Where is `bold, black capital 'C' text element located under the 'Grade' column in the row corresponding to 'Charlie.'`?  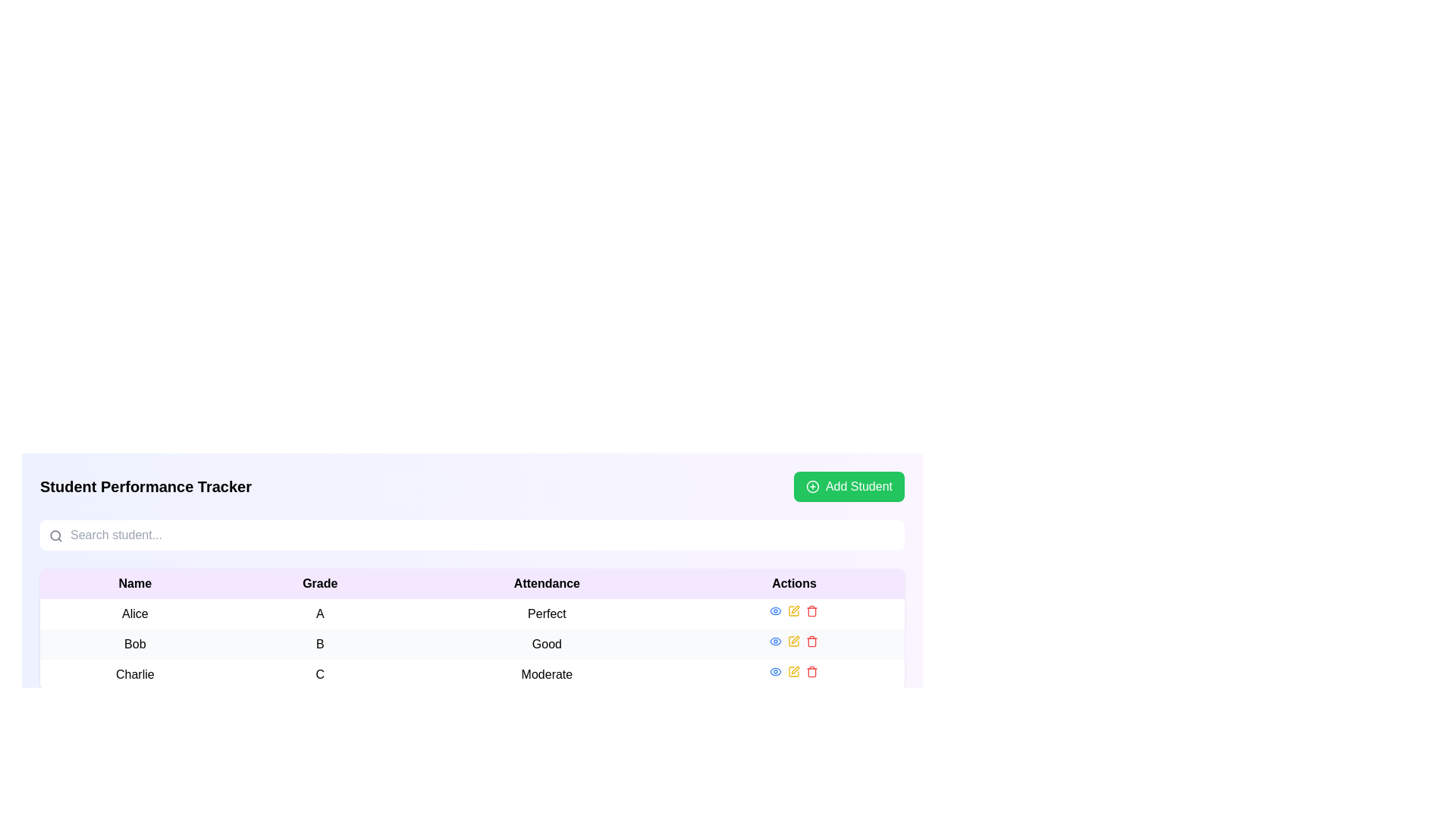 bold, black capital 'C' text element located under the 'Grade' column in the row corresponding to 'Charlie.' is located at coordinates (319, 674).